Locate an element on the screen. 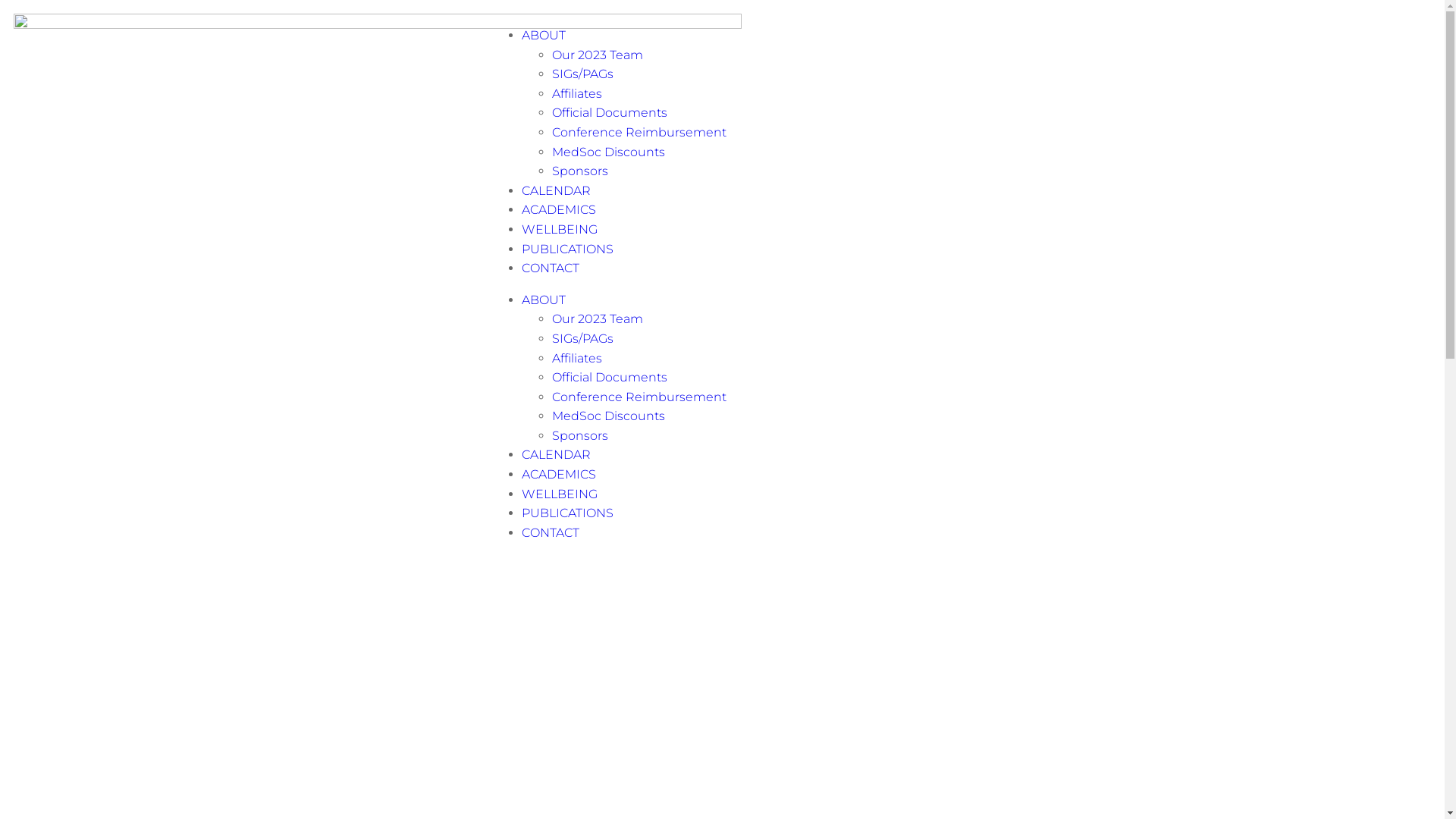  'Our 2023 Team' is located at coordinates (596, 318).